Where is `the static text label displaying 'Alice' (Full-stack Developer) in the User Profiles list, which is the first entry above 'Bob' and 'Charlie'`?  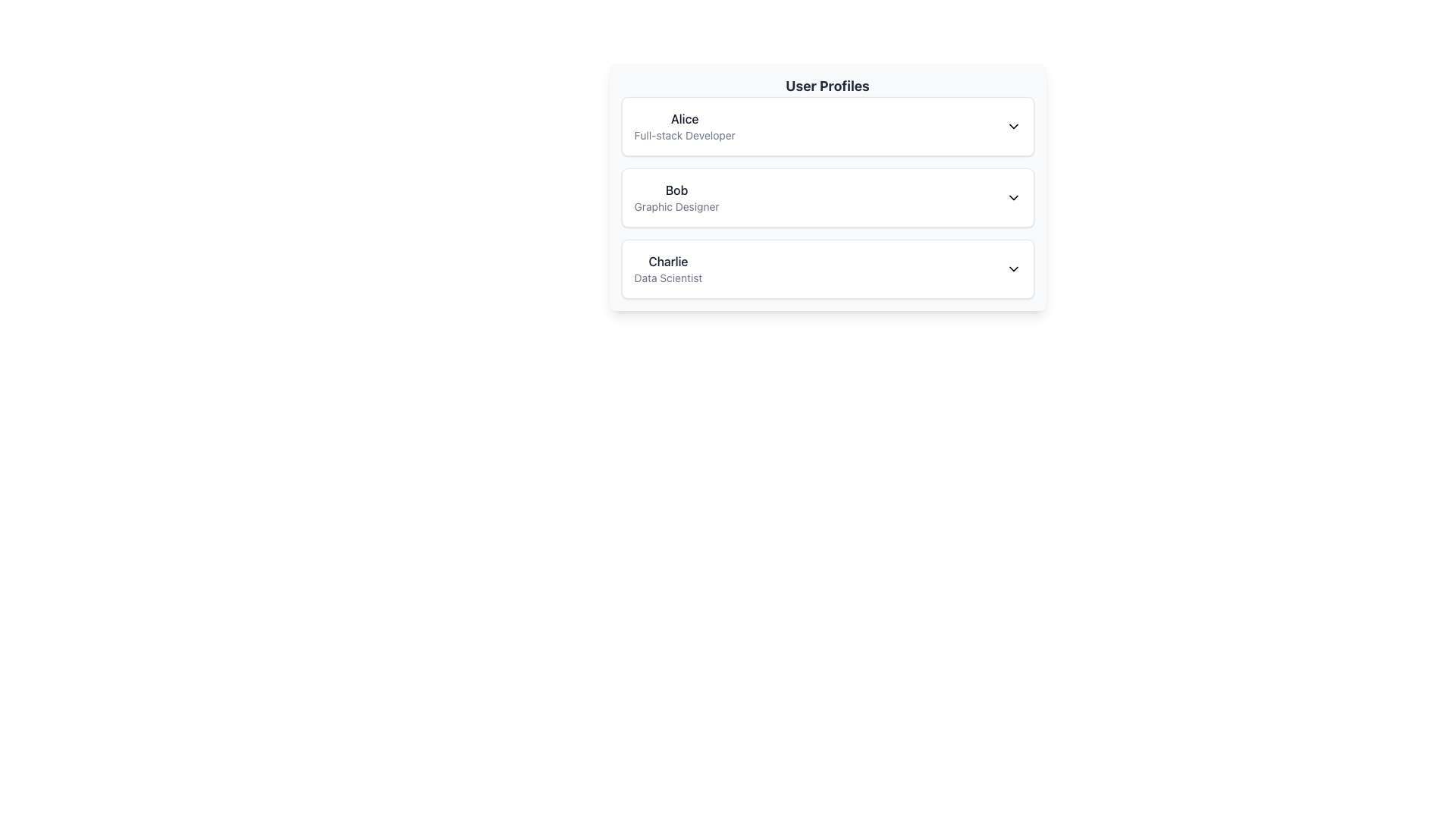 the static text label displaying 'Alice' (Full-stack Developer) in the User Profiles list, which is the first entry above 'Bob' and 'Charlie' is located at coordinates (684, 125).